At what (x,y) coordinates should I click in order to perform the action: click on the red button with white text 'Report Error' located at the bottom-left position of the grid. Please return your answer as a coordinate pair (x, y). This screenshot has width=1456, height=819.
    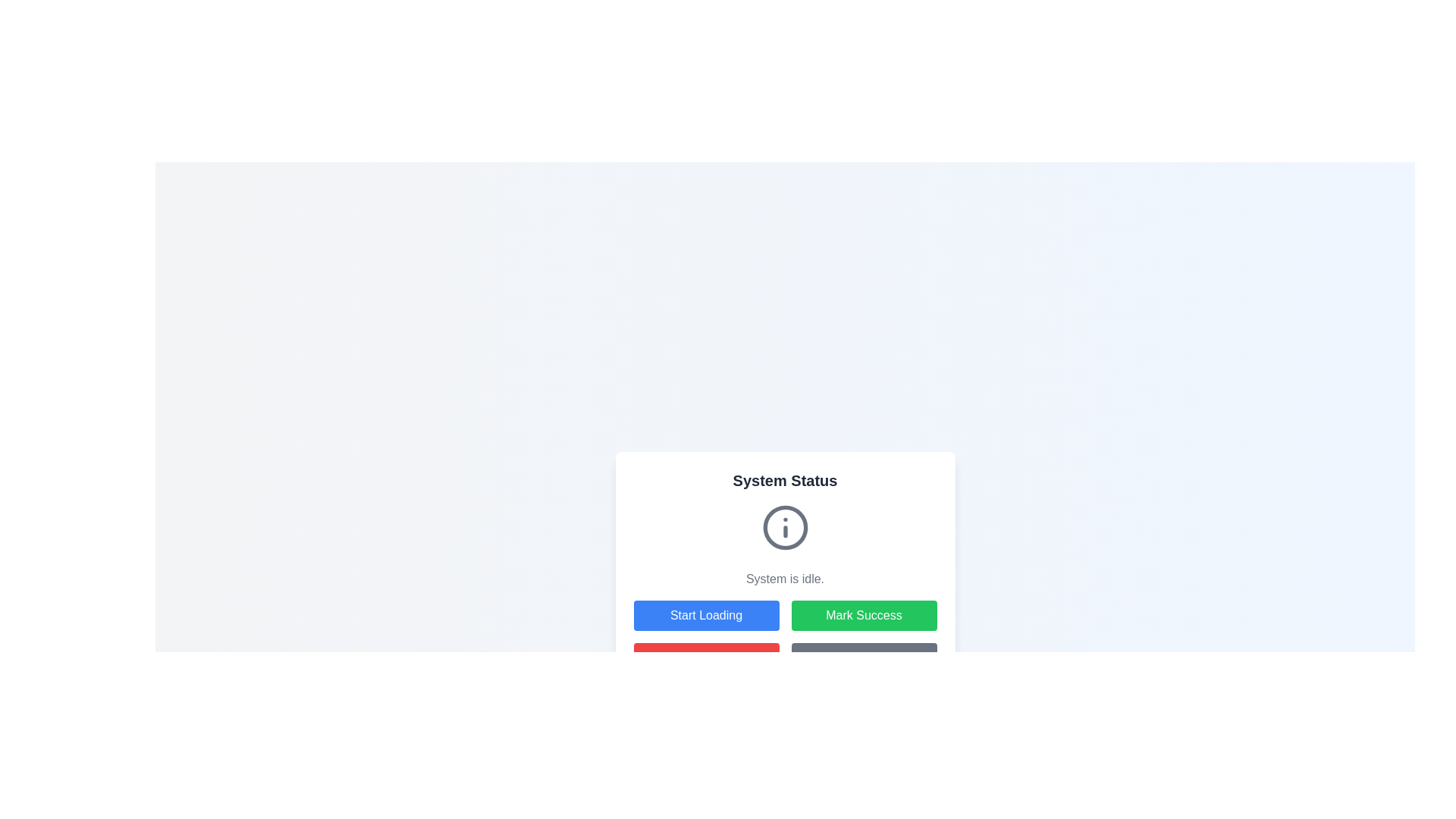
    Looking at the image, I should click on (705, 657).